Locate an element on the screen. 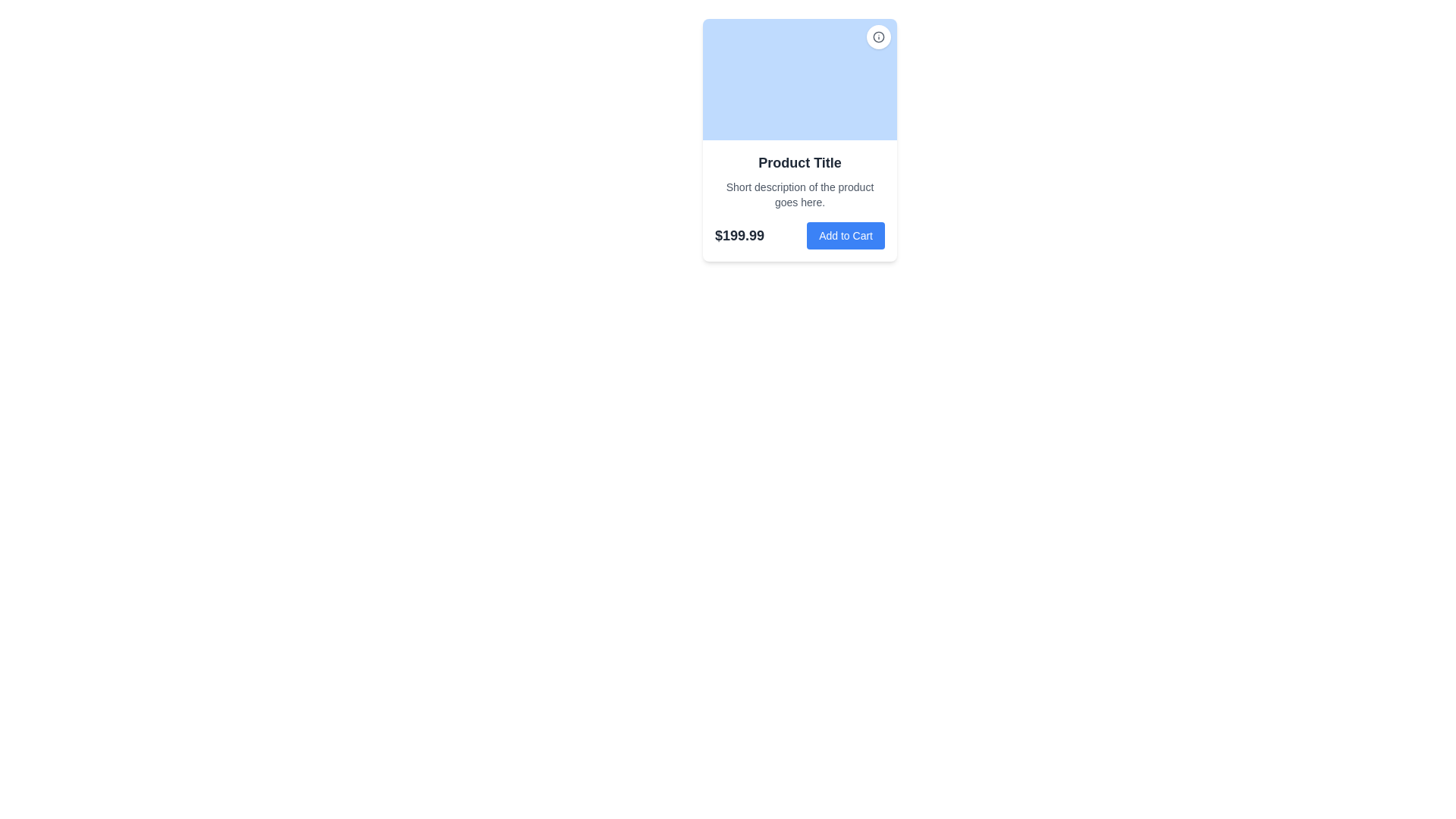  the circular decorative component located in the top-right corner of the product card, which is part of an icon-like structure is located at coordinates (878, 36).